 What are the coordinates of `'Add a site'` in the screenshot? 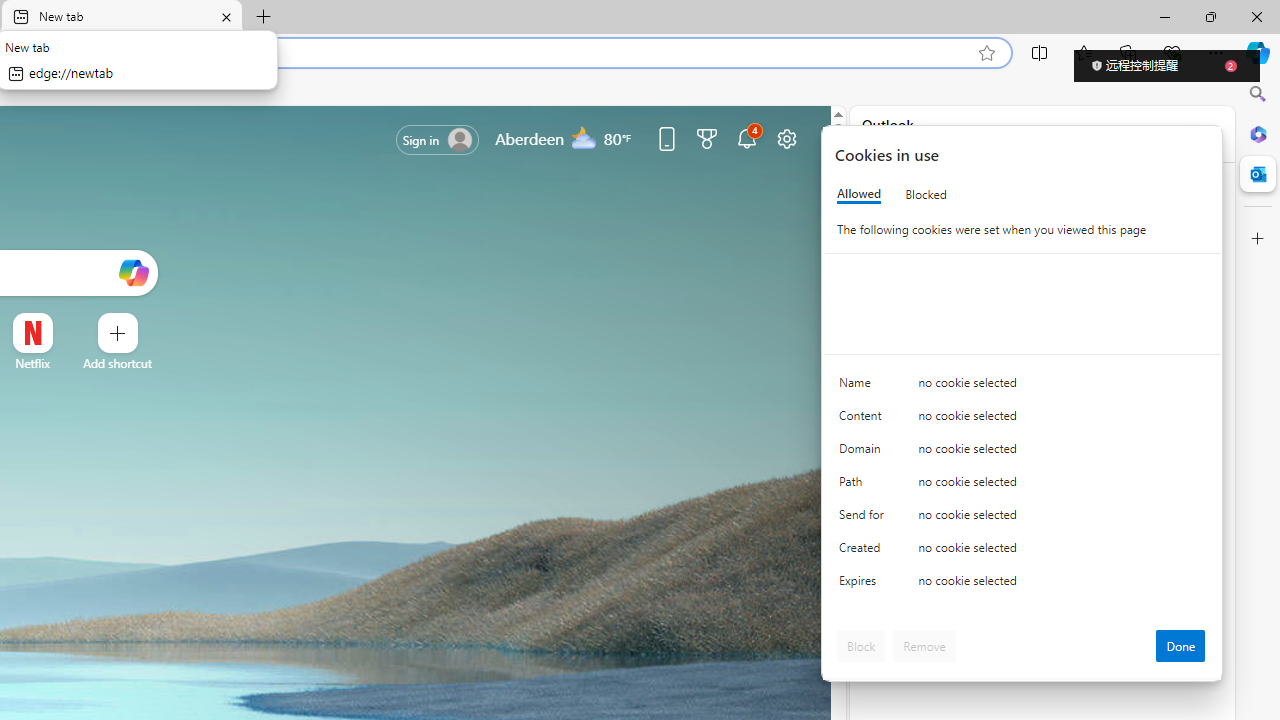 It's located at (116, 363).